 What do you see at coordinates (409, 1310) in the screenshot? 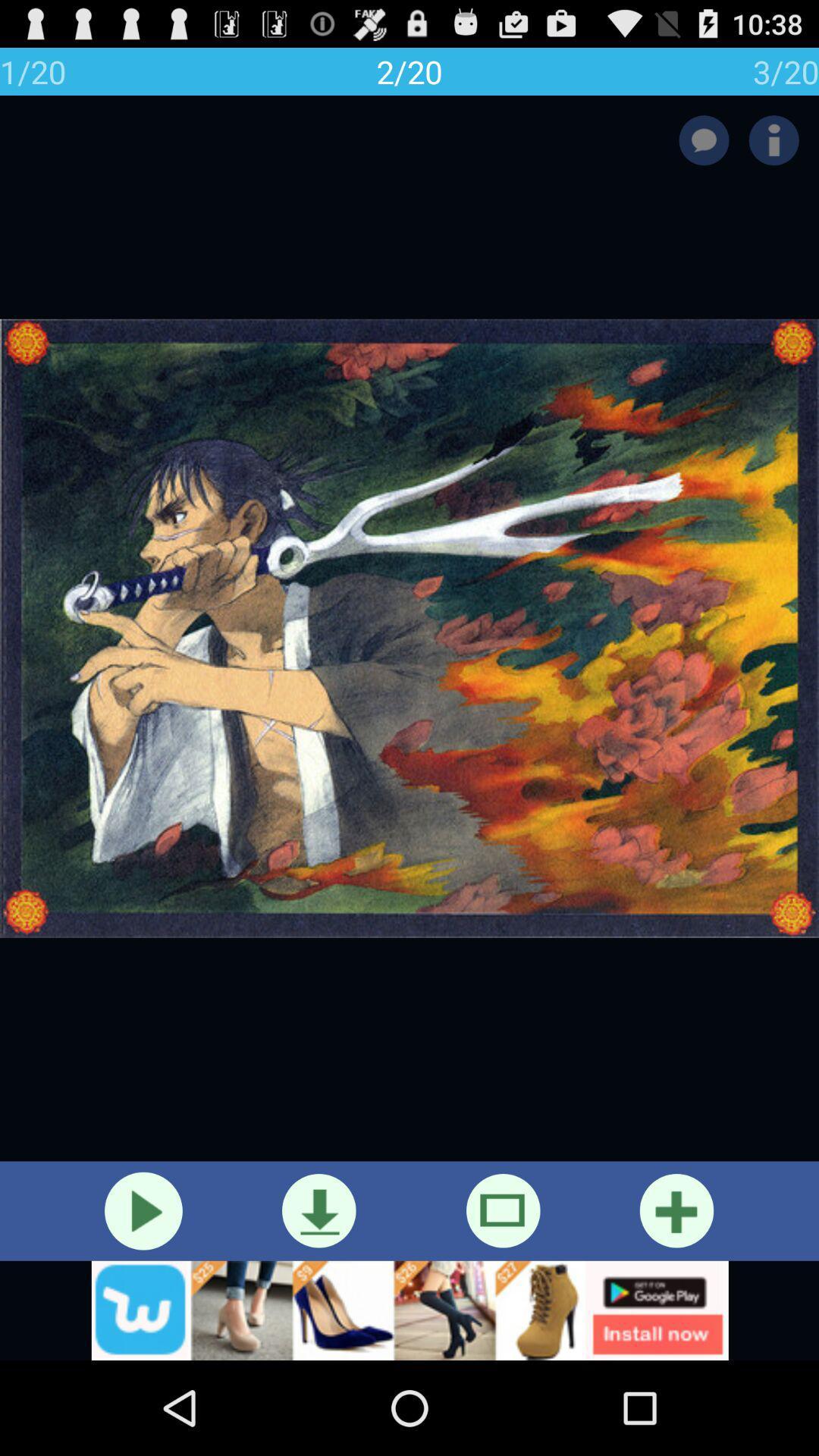
I see `googleplay icon` at bounding box center [409, 1310].